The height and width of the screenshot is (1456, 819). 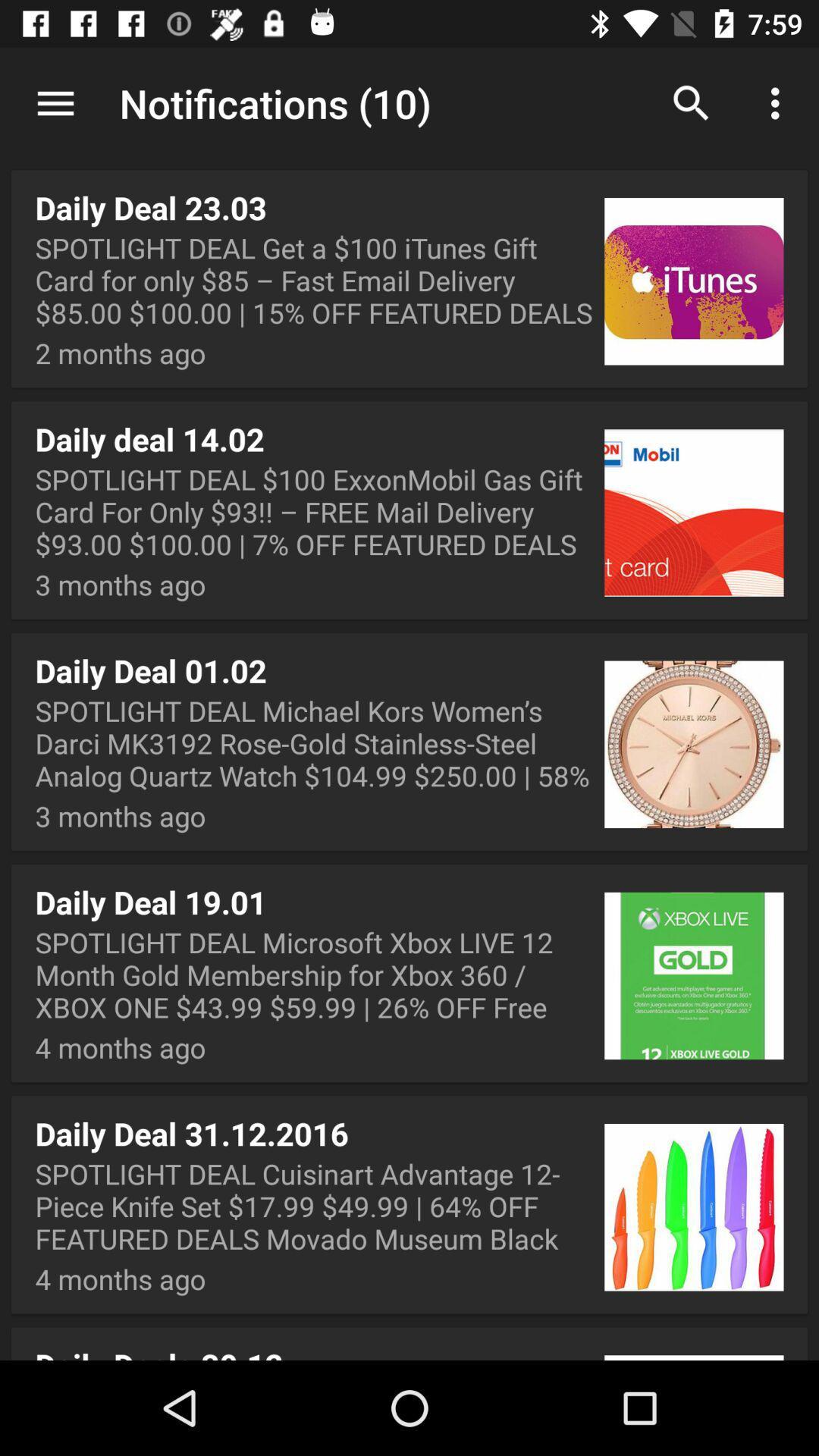 I want to click on icon above the daily deal 23 app, so click(x=55, y=102).